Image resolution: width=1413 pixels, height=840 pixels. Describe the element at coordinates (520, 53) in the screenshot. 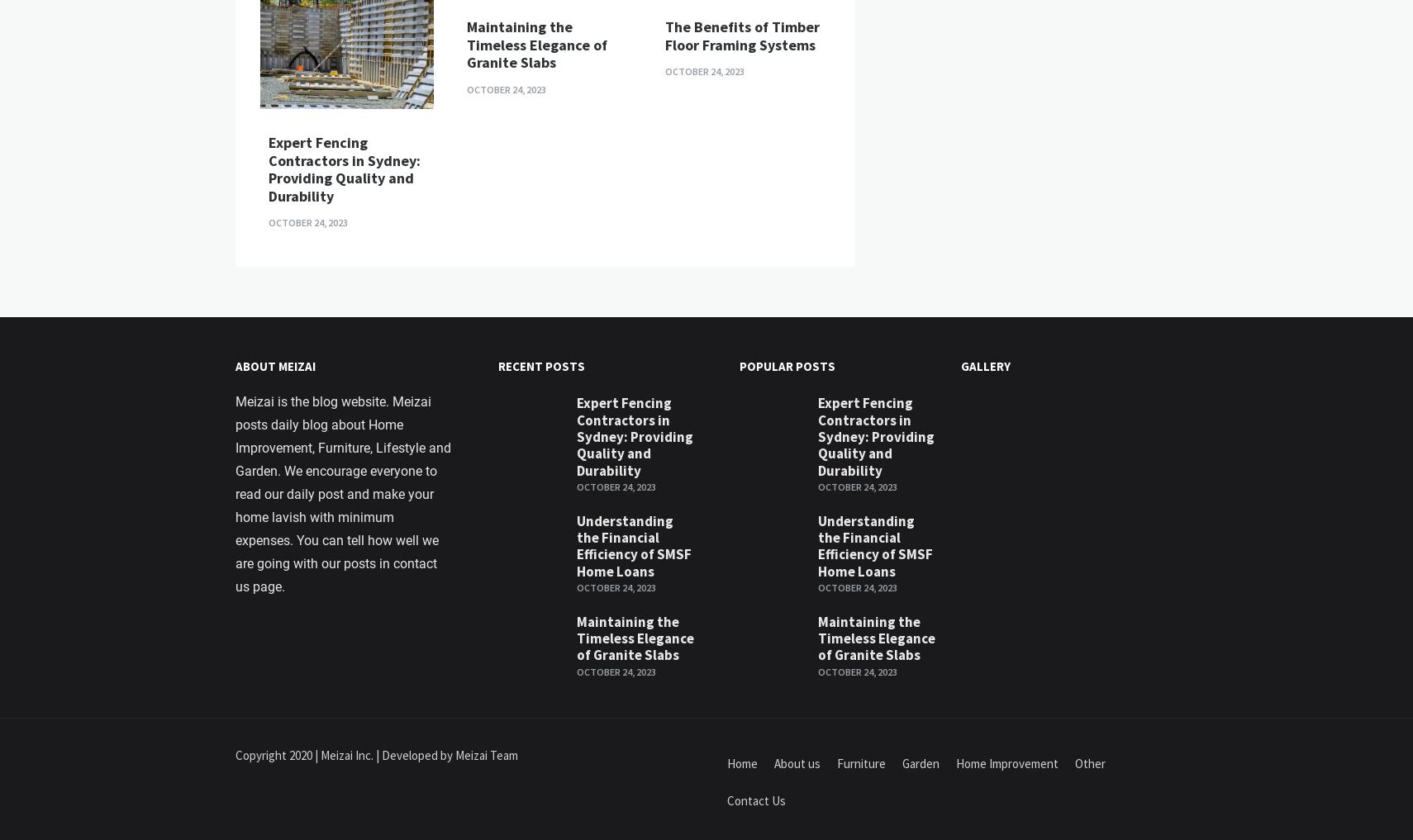

I see `'Easiest DIY Furniture to put together yourself for first home buyers'` at that location.